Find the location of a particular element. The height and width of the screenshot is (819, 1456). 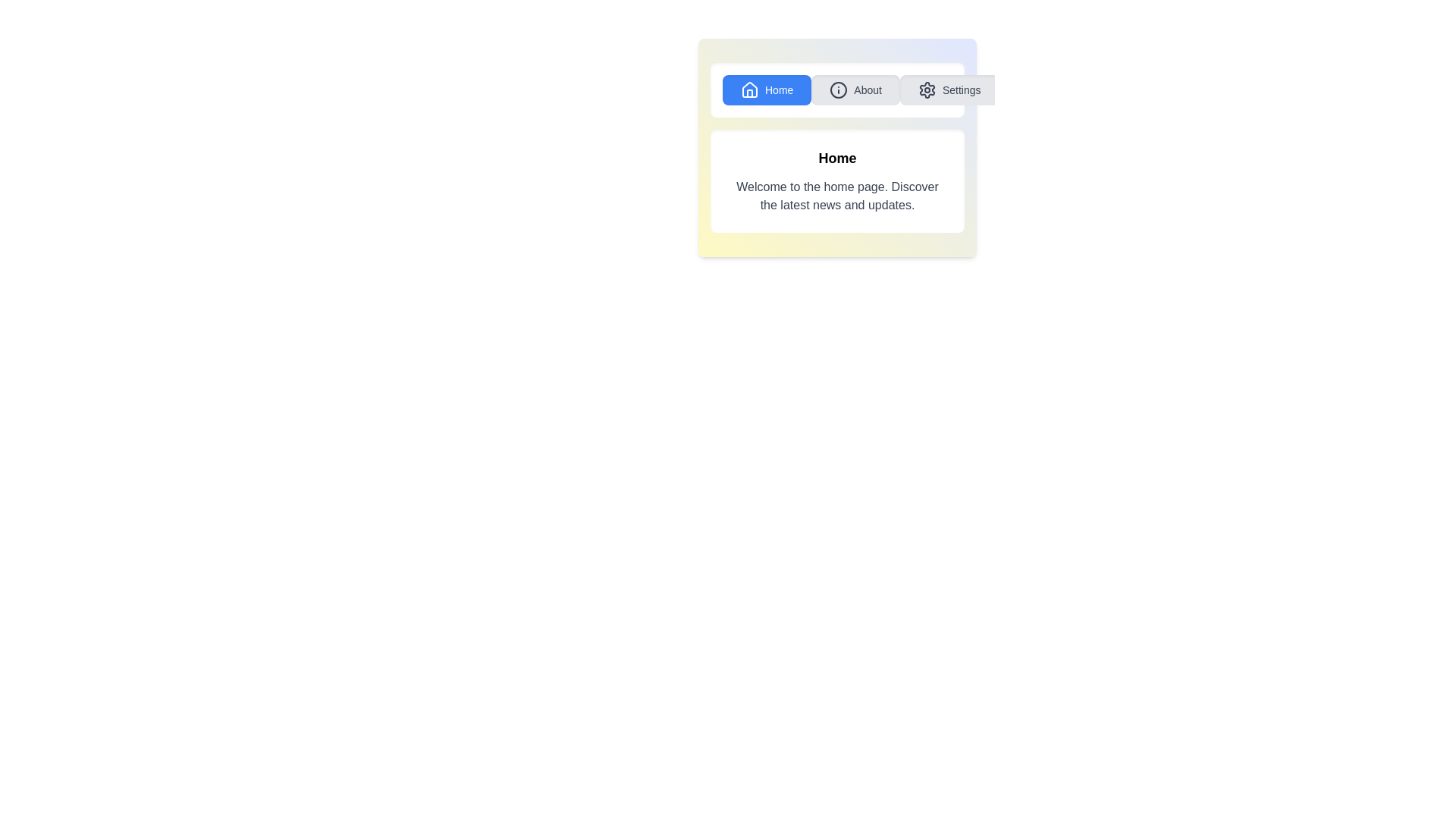

the Home tab to display its content is located at coordinates (767, 90).